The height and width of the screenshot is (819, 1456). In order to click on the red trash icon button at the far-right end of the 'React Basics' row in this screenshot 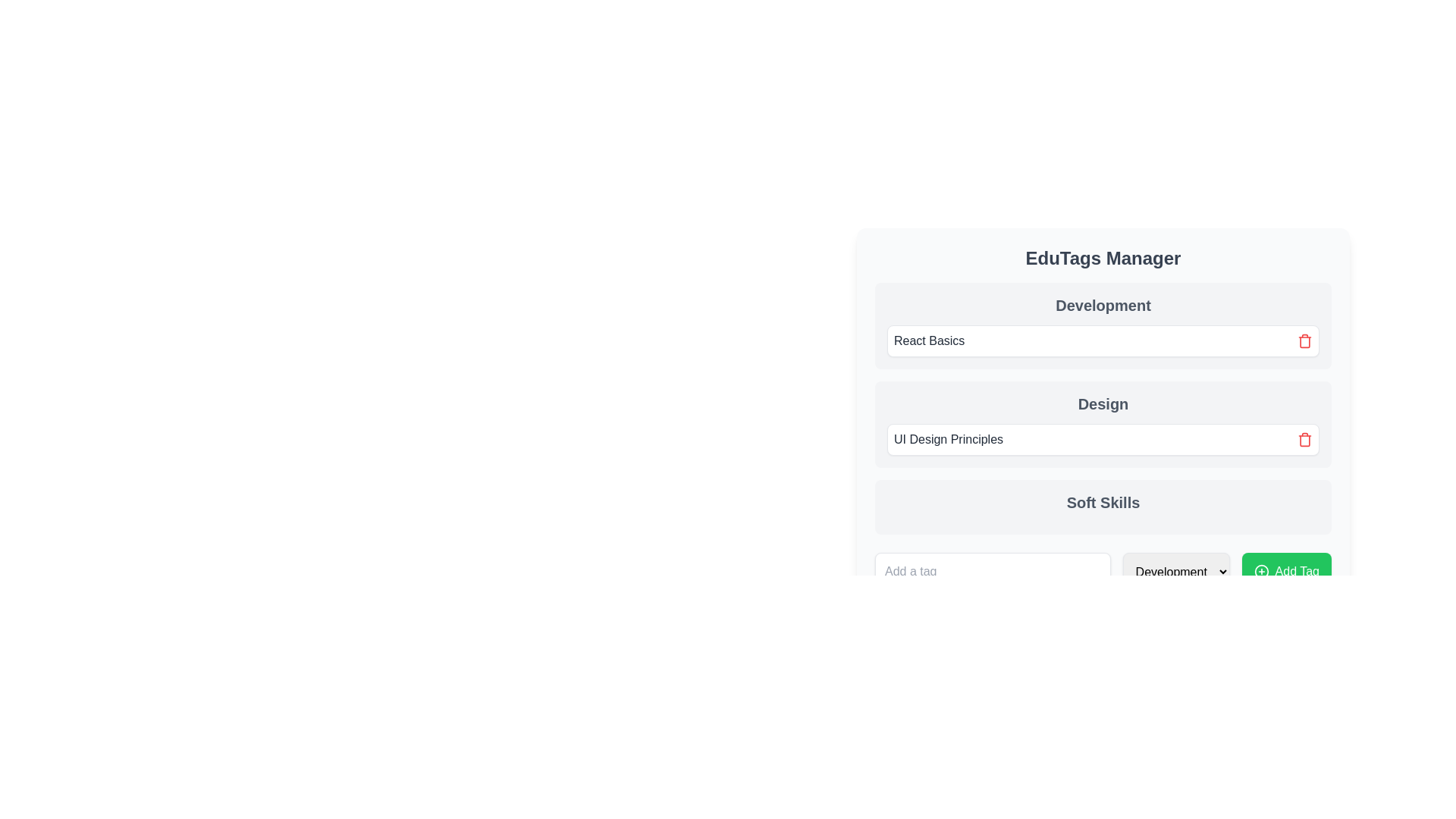, I will do `click(1304, 341)`.